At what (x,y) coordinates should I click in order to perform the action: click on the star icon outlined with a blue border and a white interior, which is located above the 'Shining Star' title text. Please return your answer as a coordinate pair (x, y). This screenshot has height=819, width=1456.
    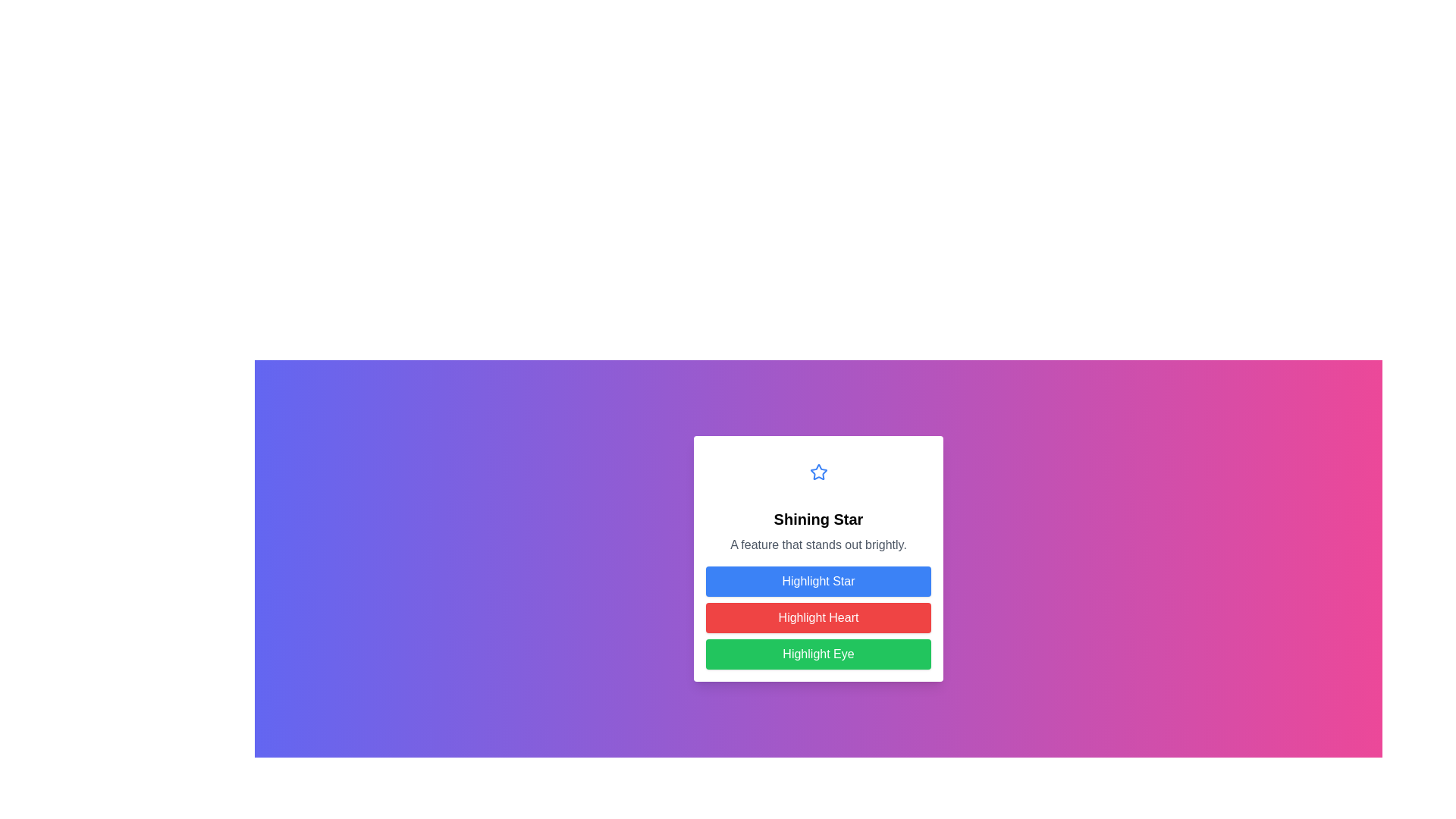
    Looking at the image, I should click on (817, 471).